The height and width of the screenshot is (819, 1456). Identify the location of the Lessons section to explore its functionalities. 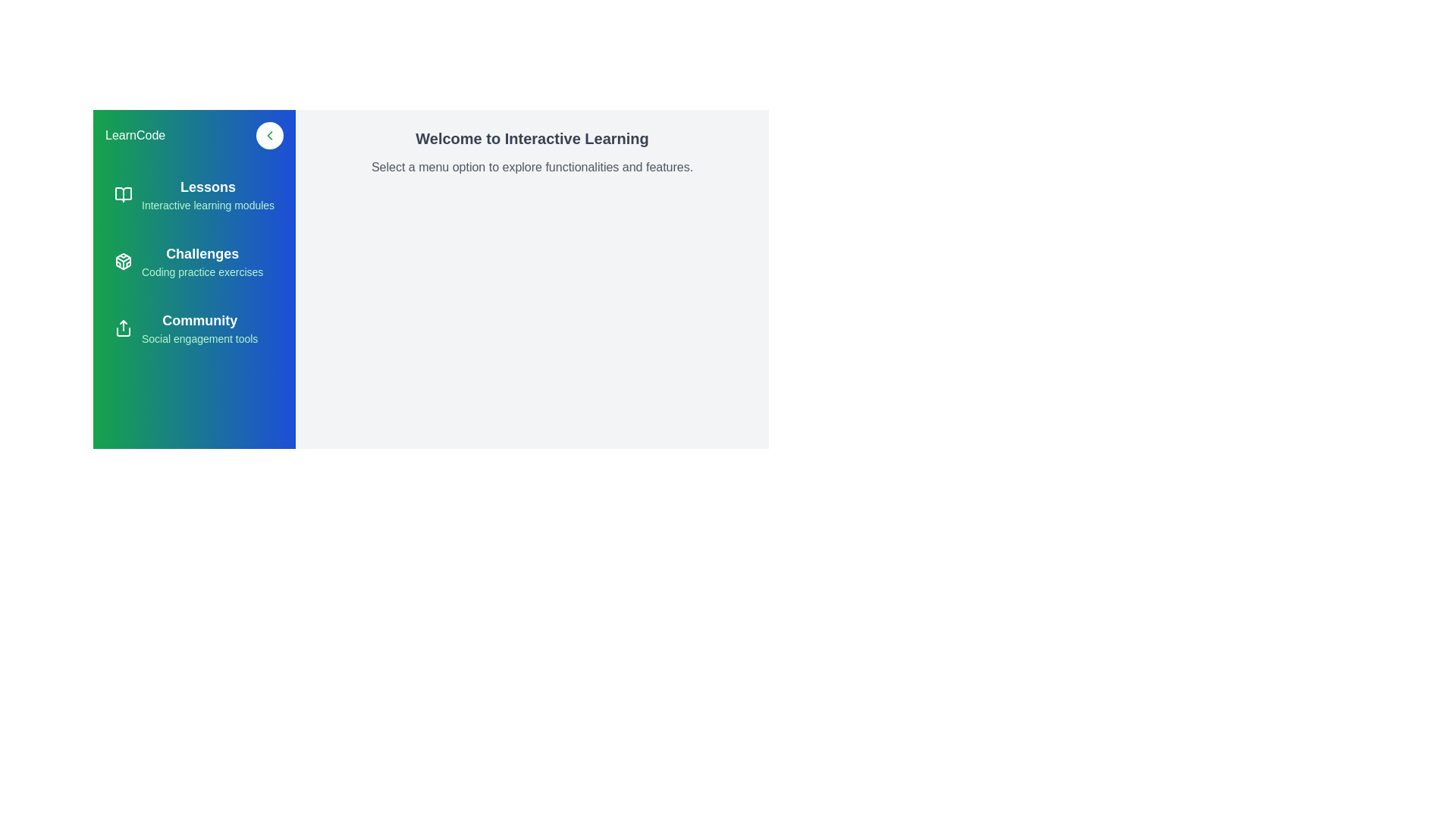
(193, 194).